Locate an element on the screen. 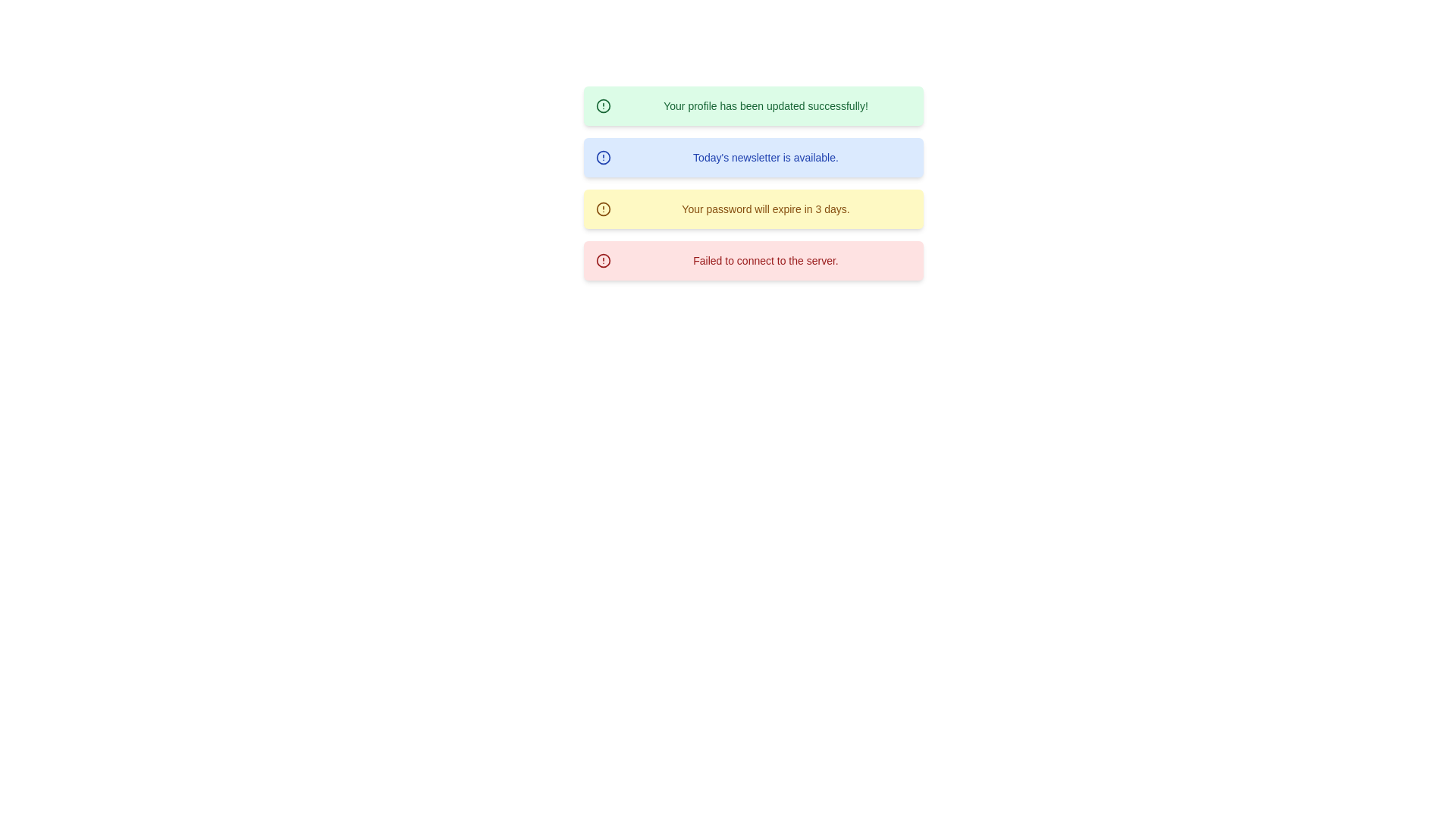  the Notification Box that displays the message 'Failed to connect to the server.' is located at coordinates (753, 259).